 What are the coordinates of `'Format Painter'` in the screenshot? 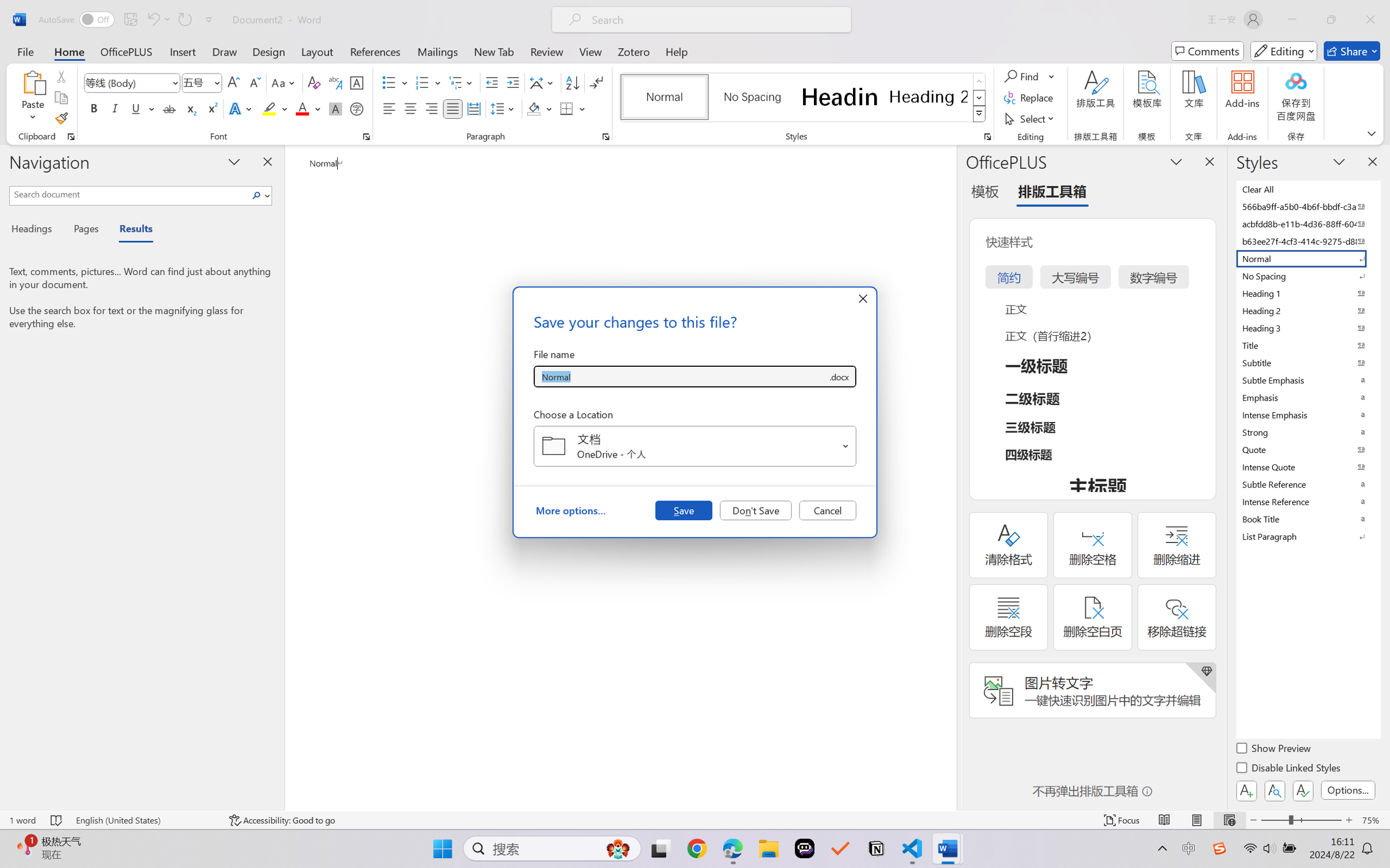 It's located at (60, 119).